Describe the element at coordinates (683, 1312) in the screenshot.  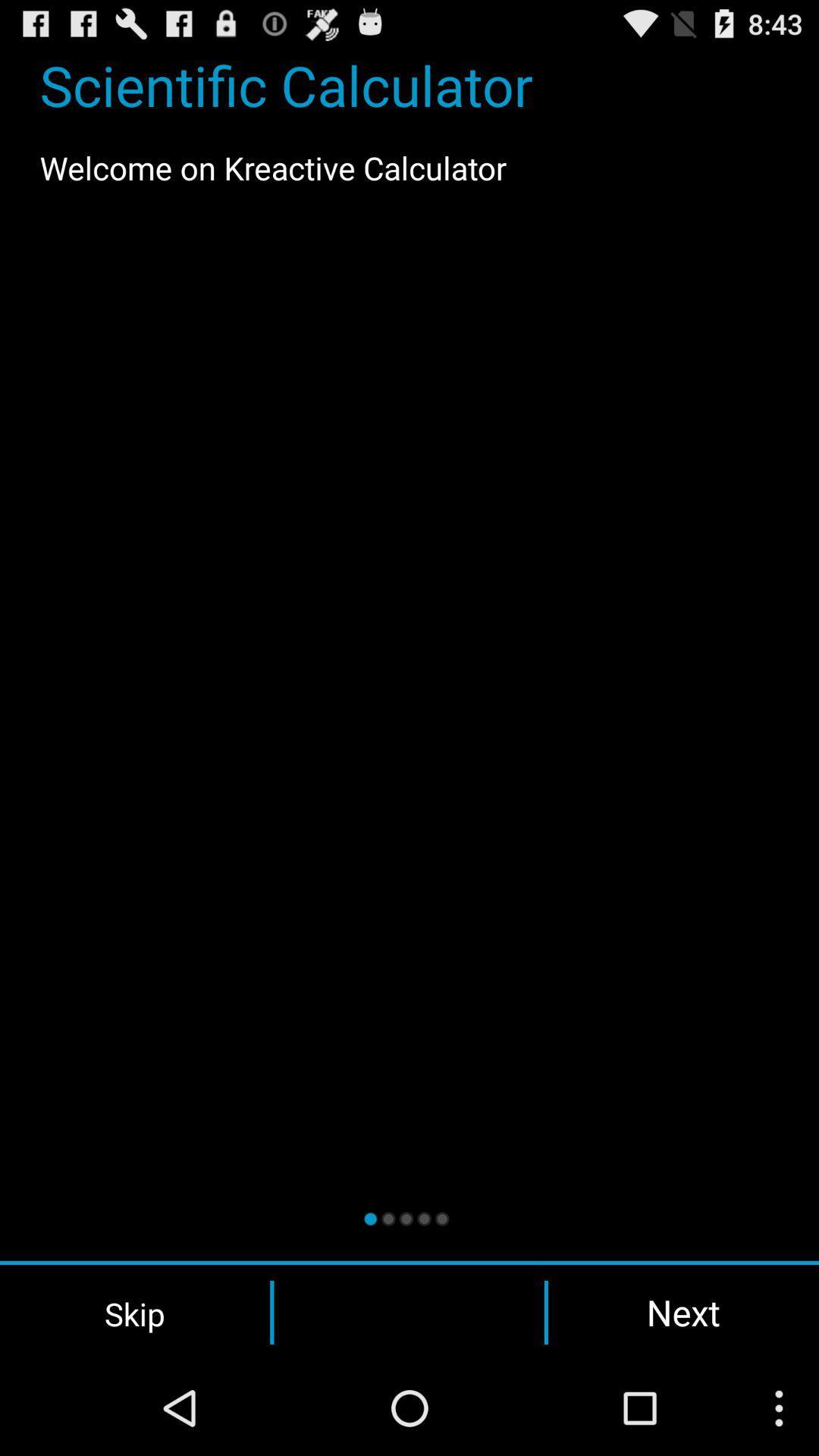
I see `next icon` at that location.